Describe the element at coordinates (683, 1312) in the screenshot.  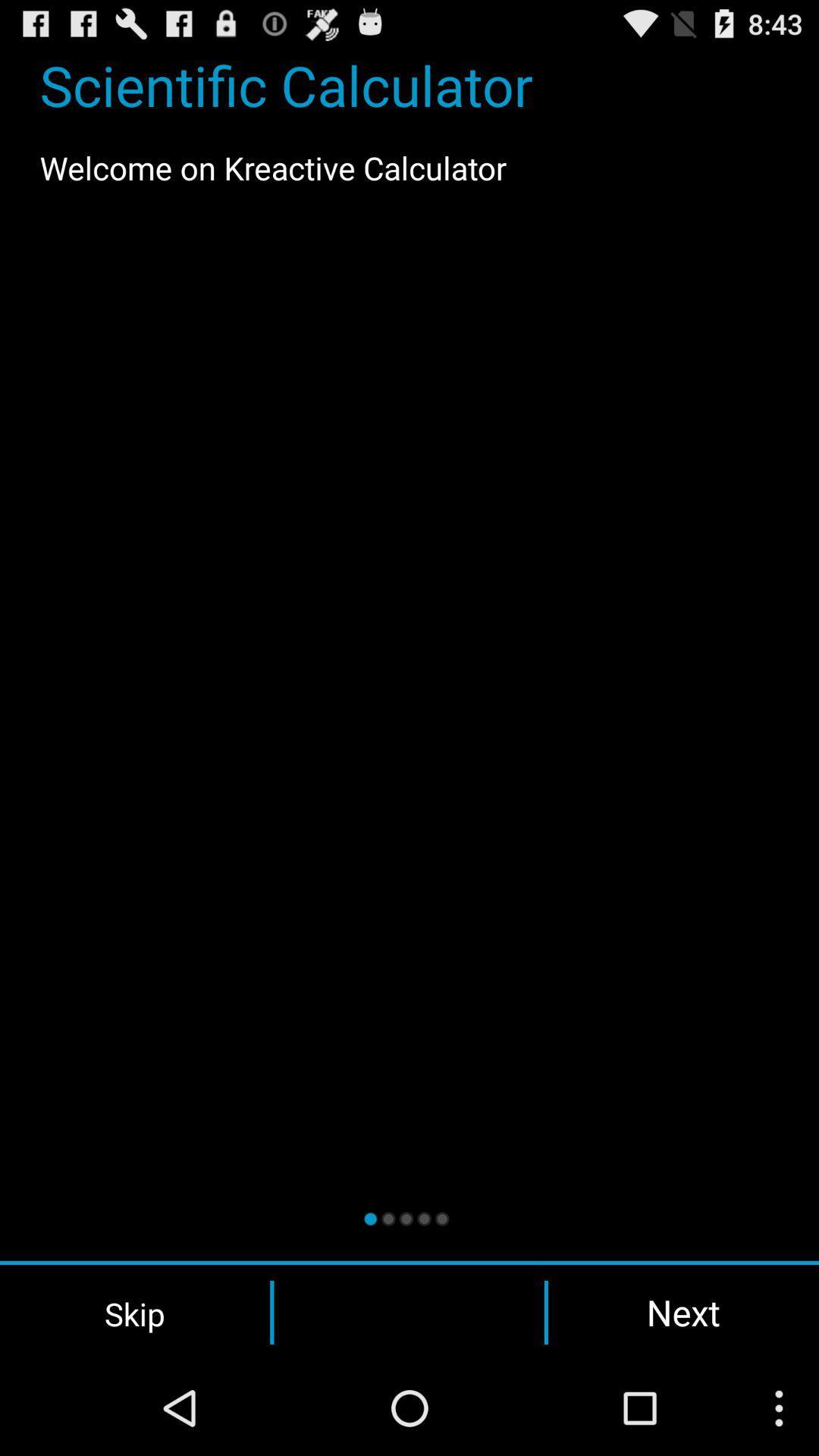
I see `next icon` at that location.